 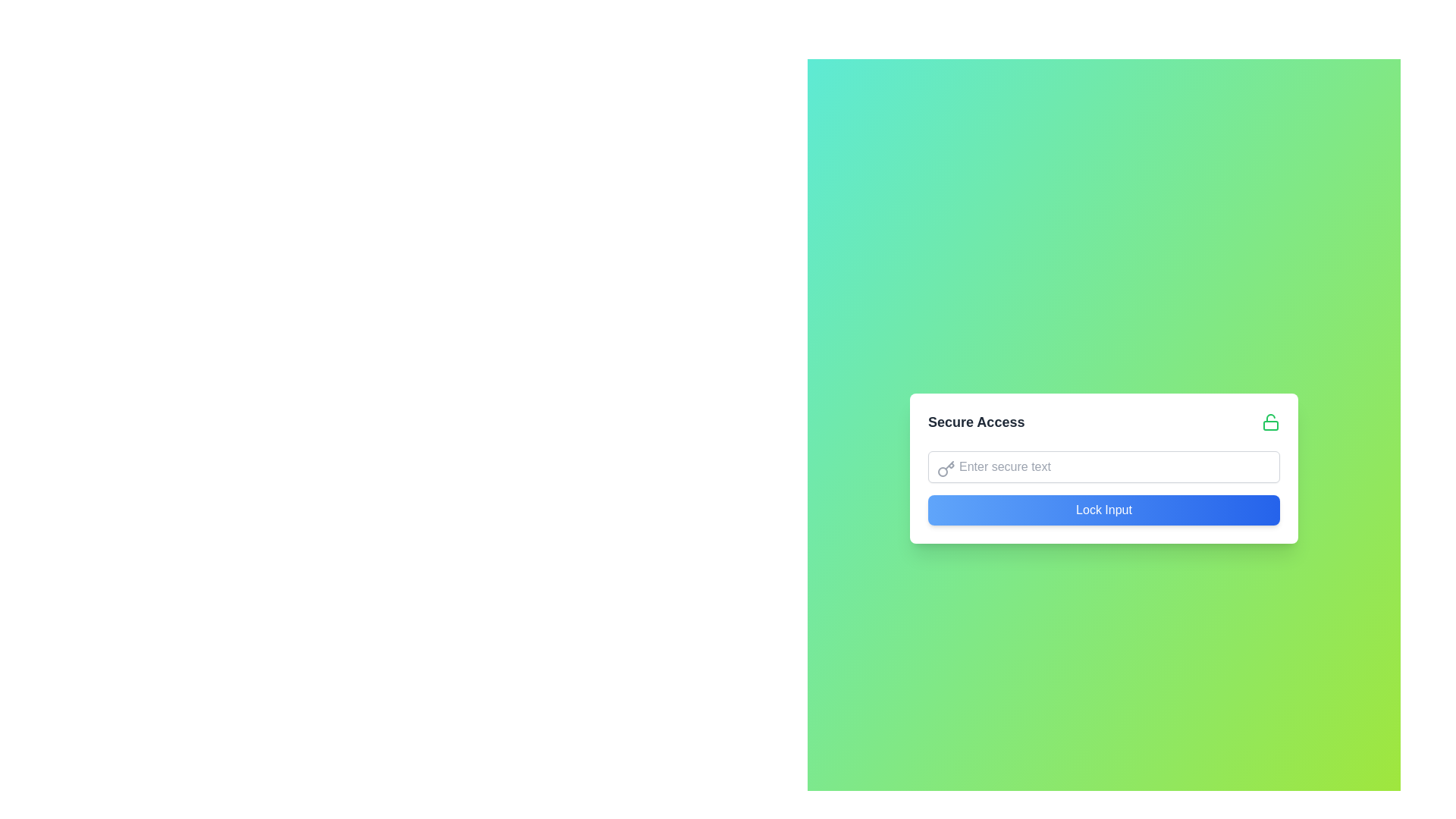 I want to click on the lock icon located at the far right of the 'Secure Access' header, so click(x=1270, y=422).